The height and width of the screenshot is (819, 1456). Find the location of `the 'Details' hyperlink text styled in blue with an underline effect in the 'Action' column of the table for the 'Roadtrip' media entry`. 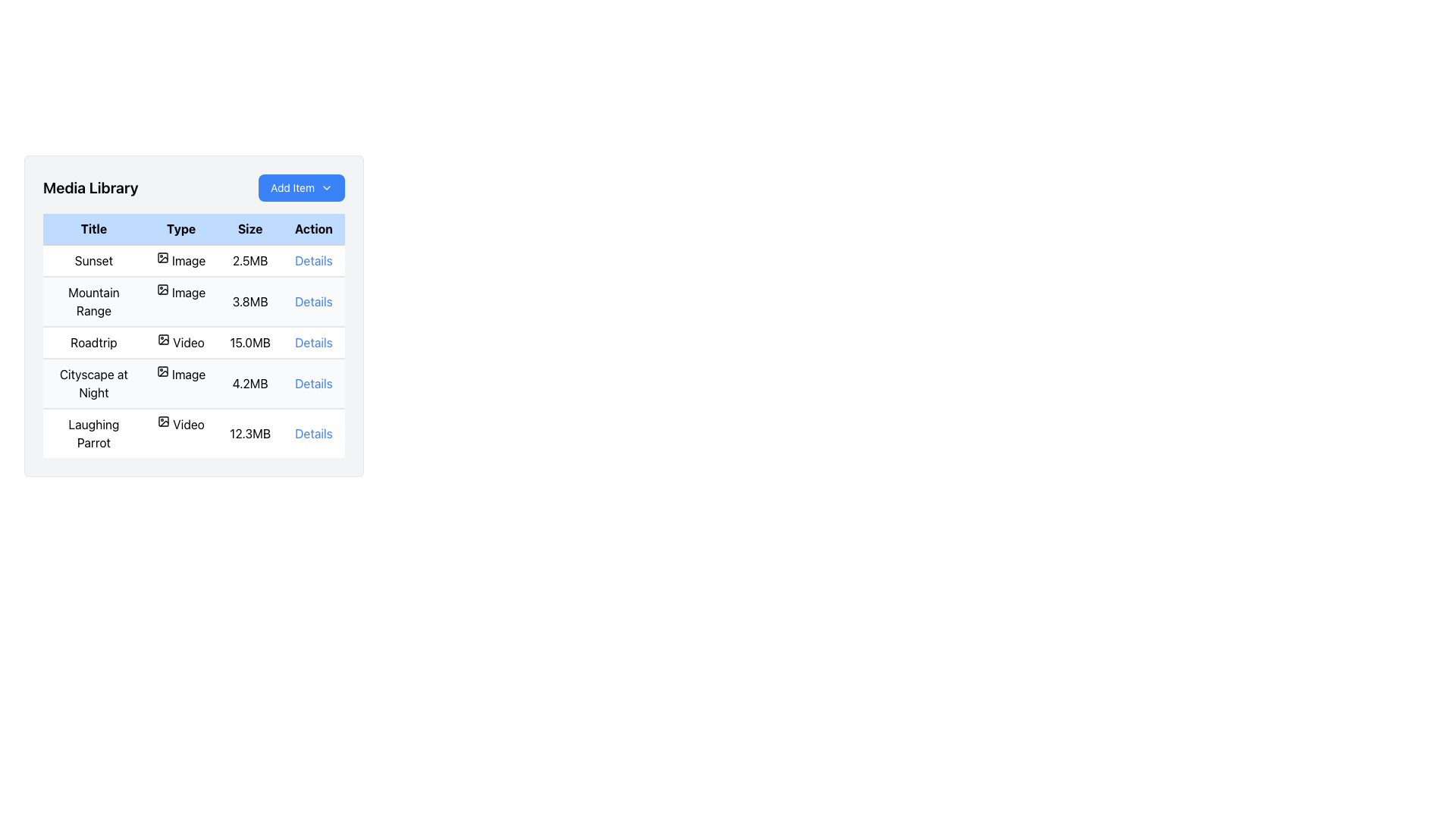

the 'Details' hyperlink text styled in blue with an underline effect in the 'Action' column of the table for the 'Roadtrip' media entry is located at coordinates (312, 342).